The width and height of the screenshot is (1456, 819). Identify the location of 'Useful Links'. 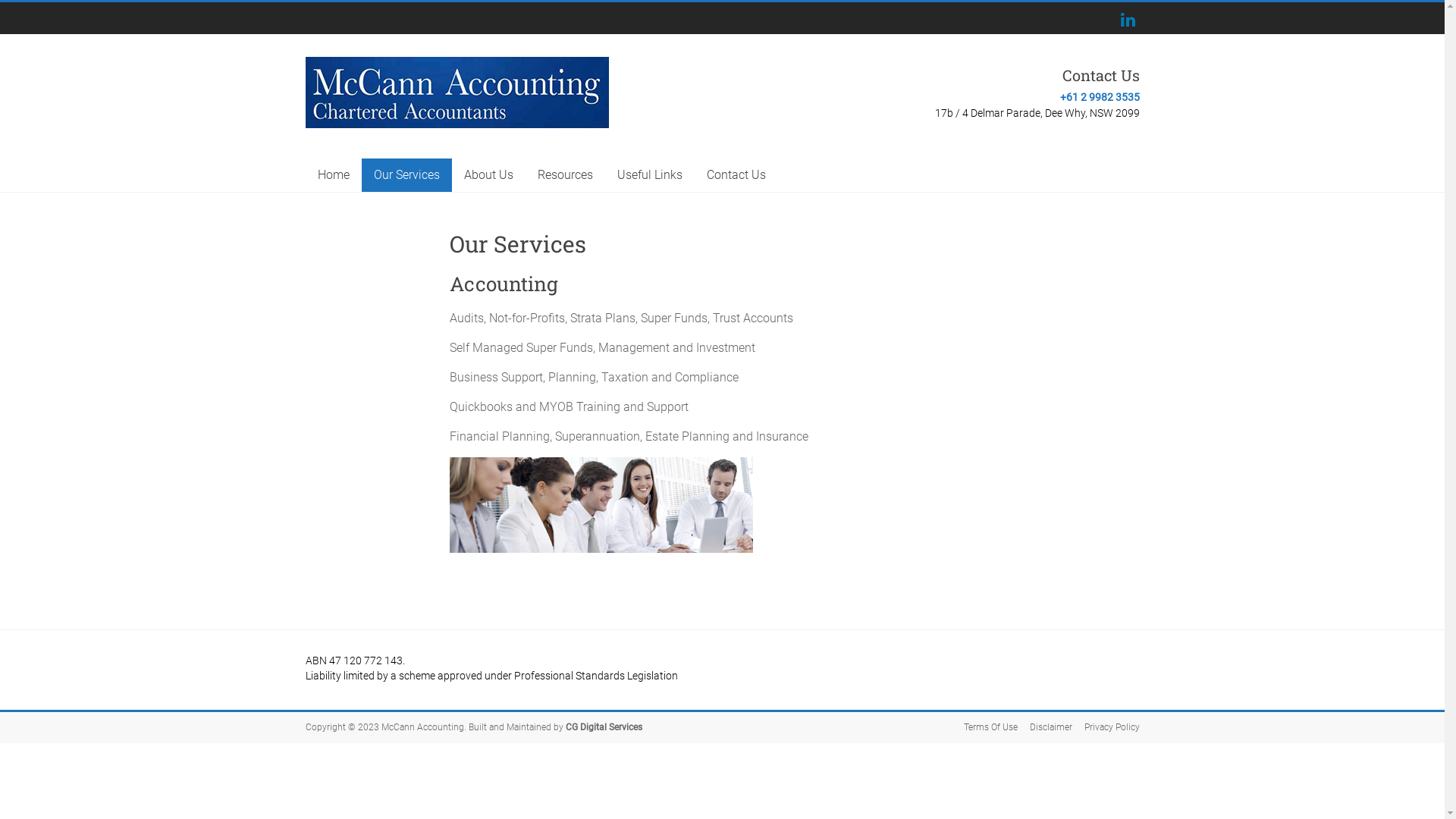
(650, 174).